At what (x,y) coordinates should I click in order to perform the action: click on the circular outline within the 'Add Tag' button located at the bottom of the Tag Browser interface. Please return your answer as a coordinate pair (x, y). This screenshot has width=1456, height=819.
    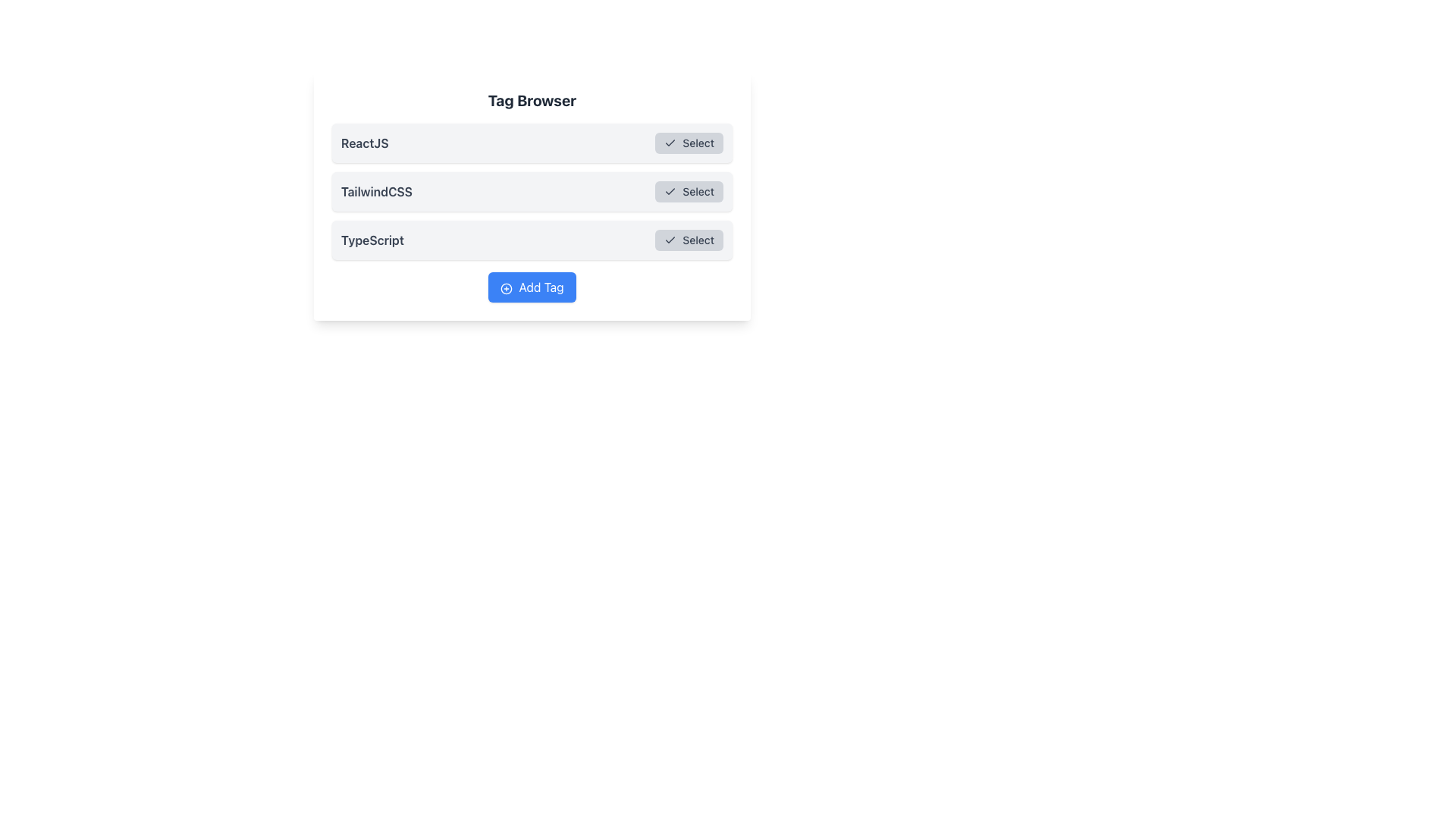
    Looking at the image, I should click on (507, 288).